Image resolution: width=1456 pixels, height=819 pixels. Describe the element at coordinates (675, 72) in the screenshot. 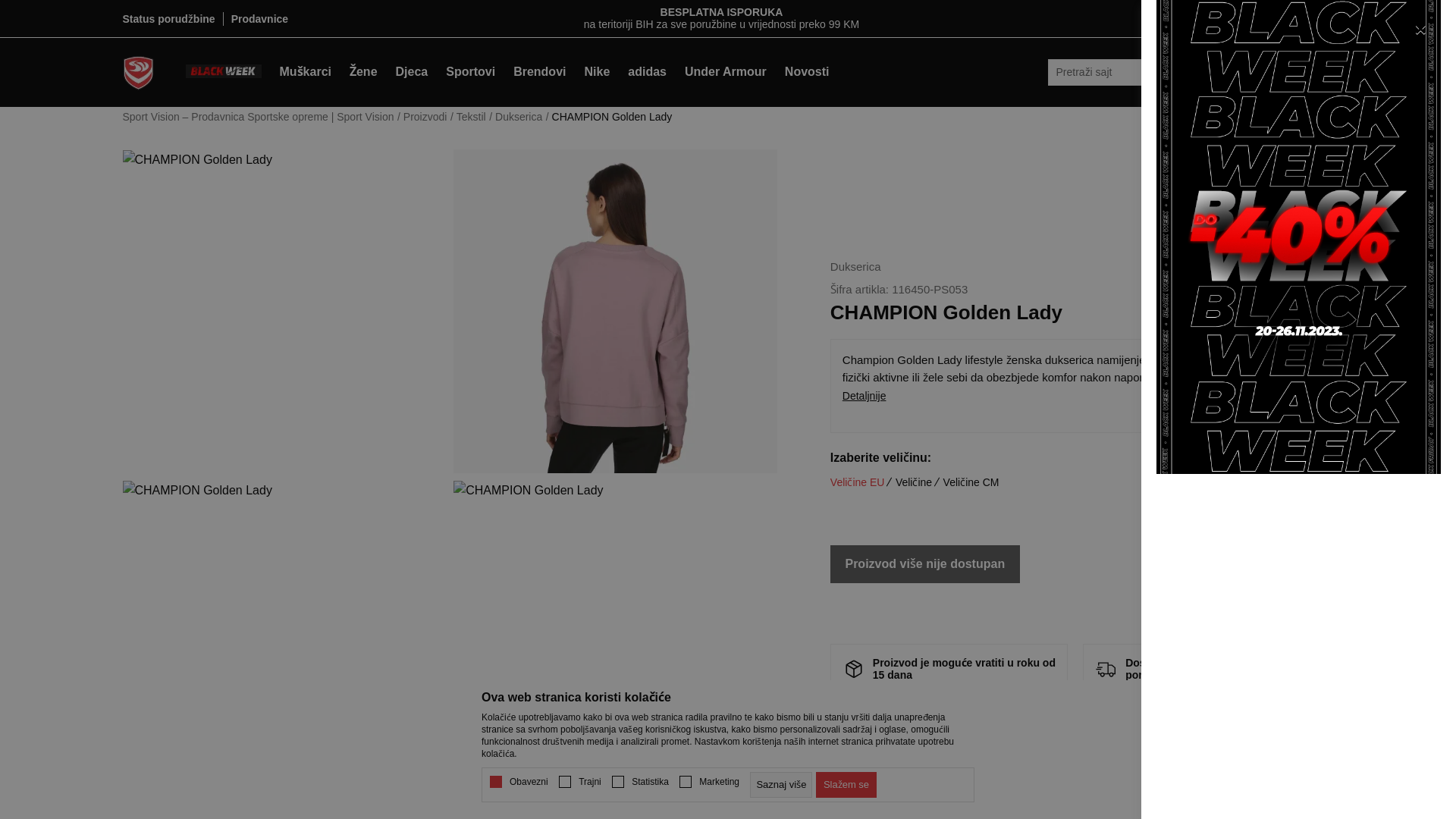

I see `'Under Armour'` at that location.